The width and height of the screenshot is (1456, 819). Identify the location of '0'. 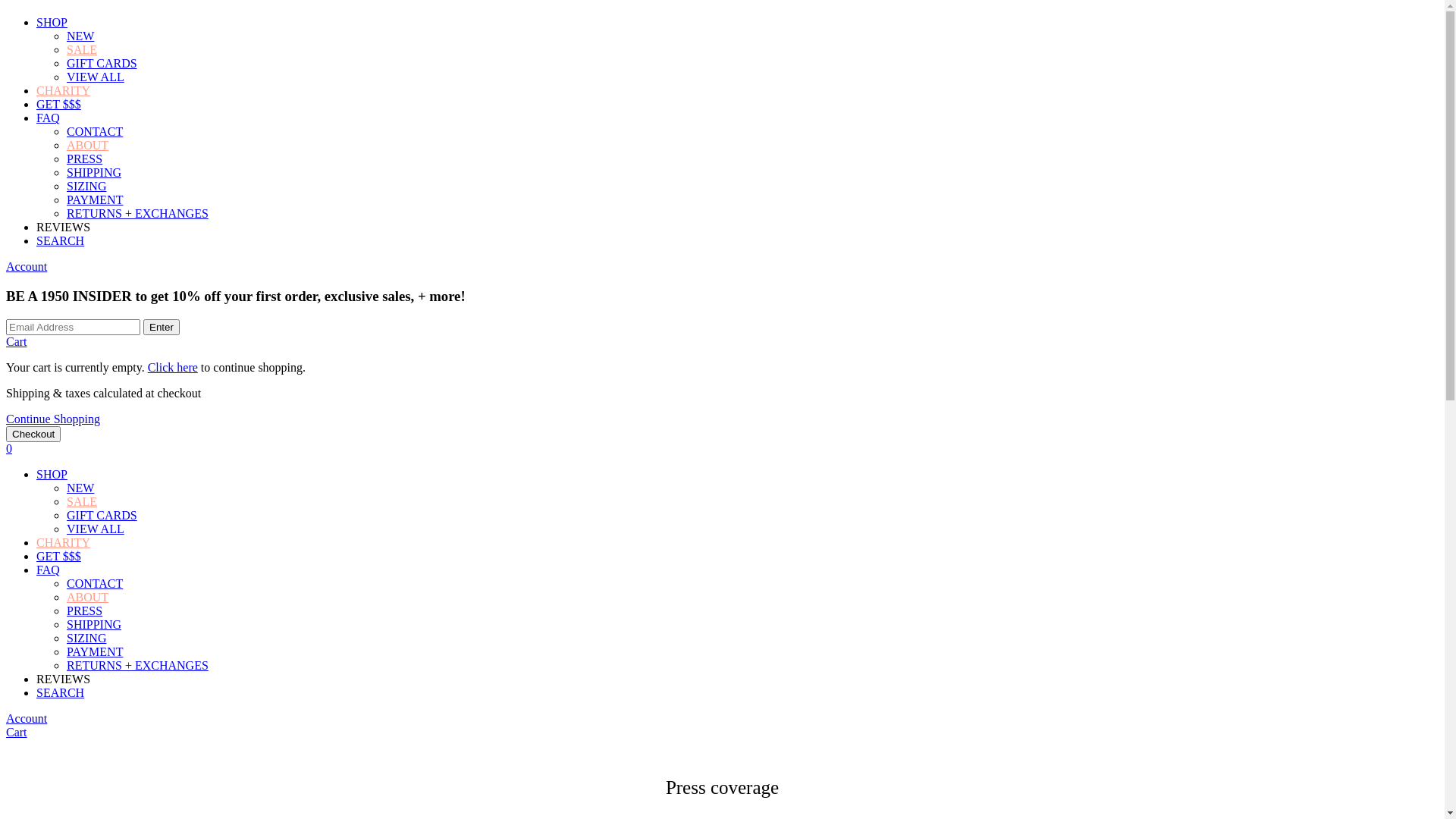
(9, 447).